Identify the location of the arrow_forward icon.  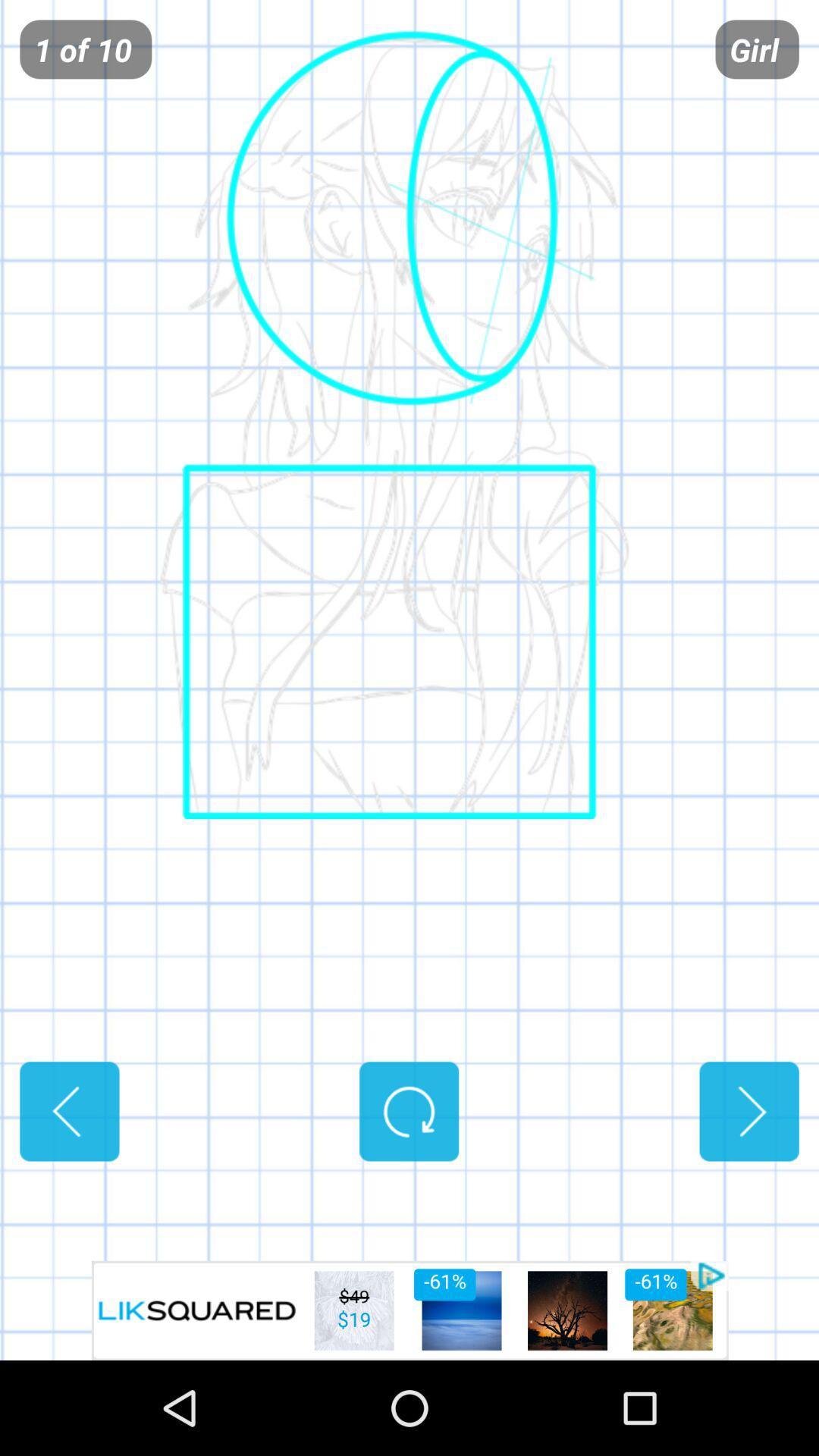
(748, 1188).